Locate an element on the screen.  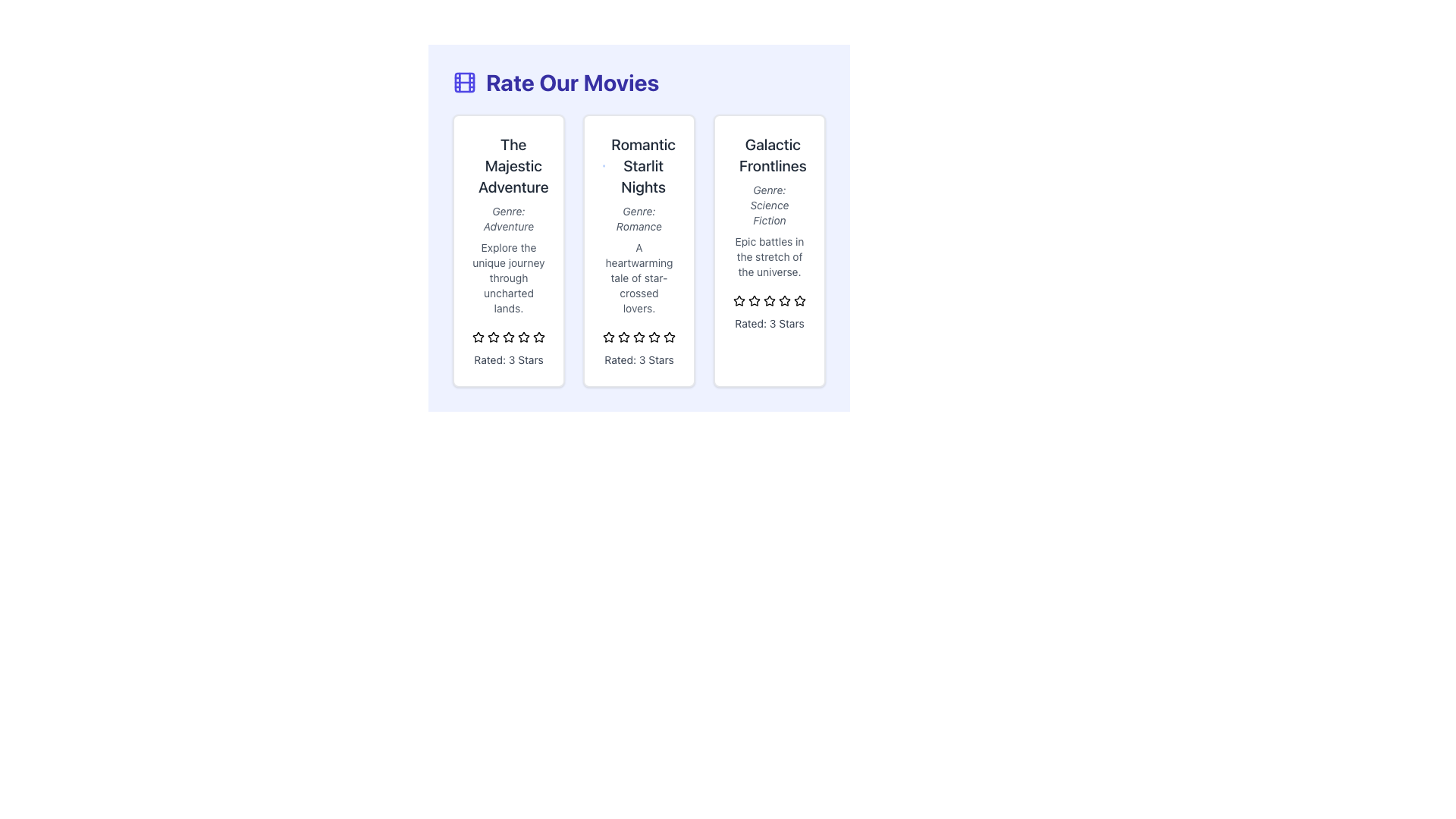
the 'Rated: 3 Stars' text label located at the bottom of the 'Romantic Starlit Nights' card is located at coordinates (639, 359).